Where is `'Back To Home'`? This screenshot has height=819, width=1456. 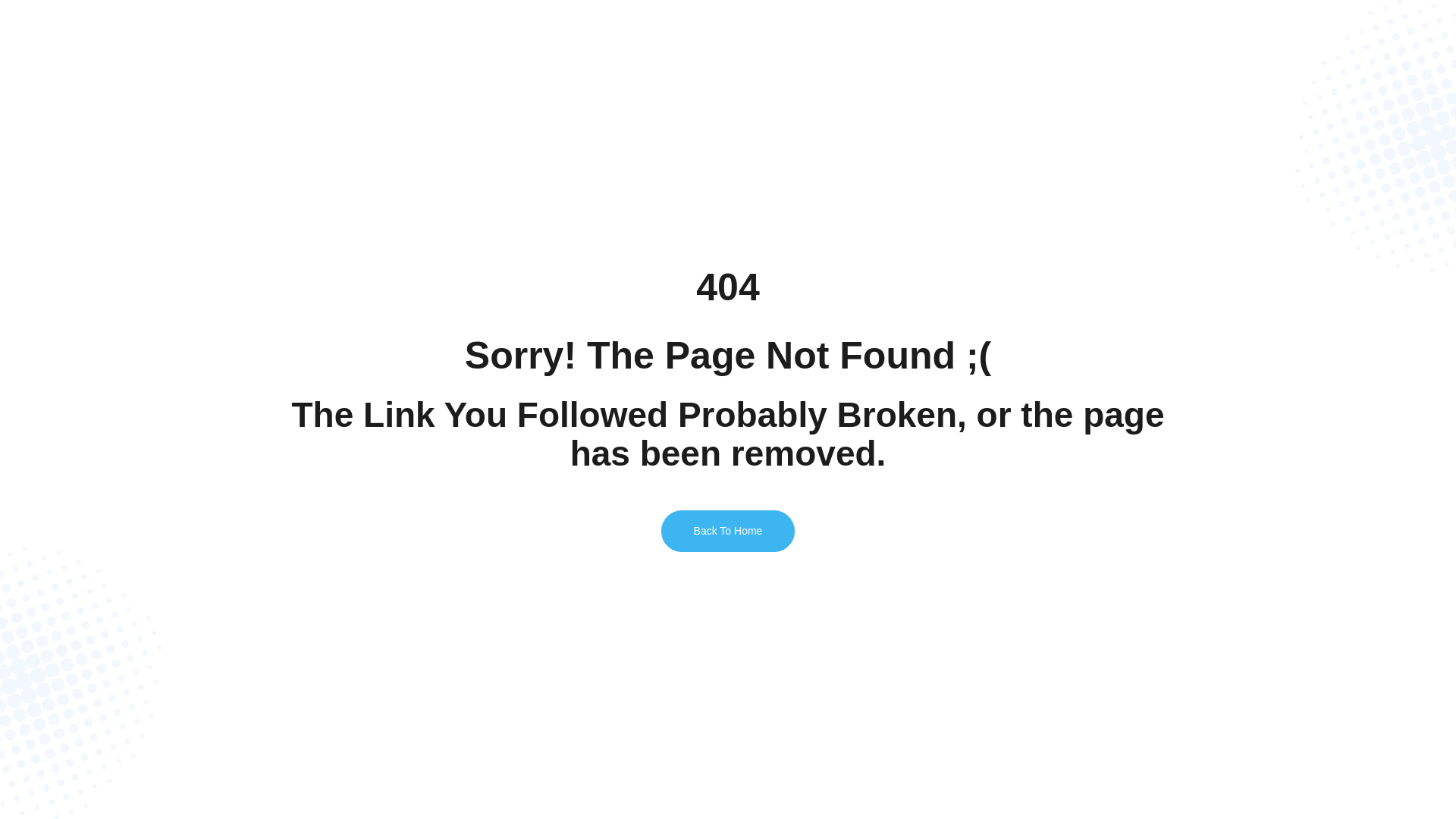
'Back To Home' is located at coordinates (661, 530).